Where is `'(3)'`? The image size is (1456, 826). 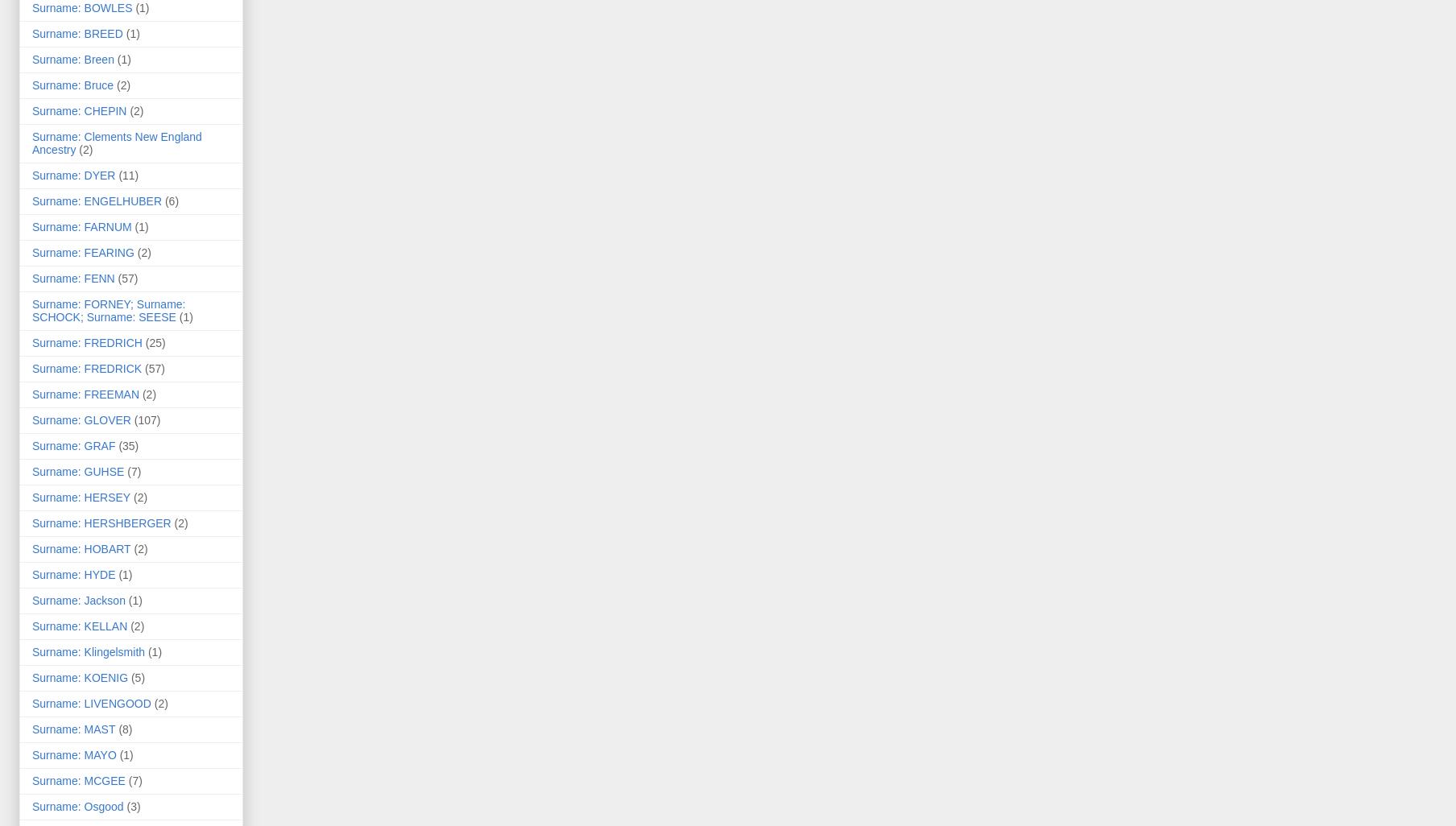
'(3)' is located at coordinates (126, 805).